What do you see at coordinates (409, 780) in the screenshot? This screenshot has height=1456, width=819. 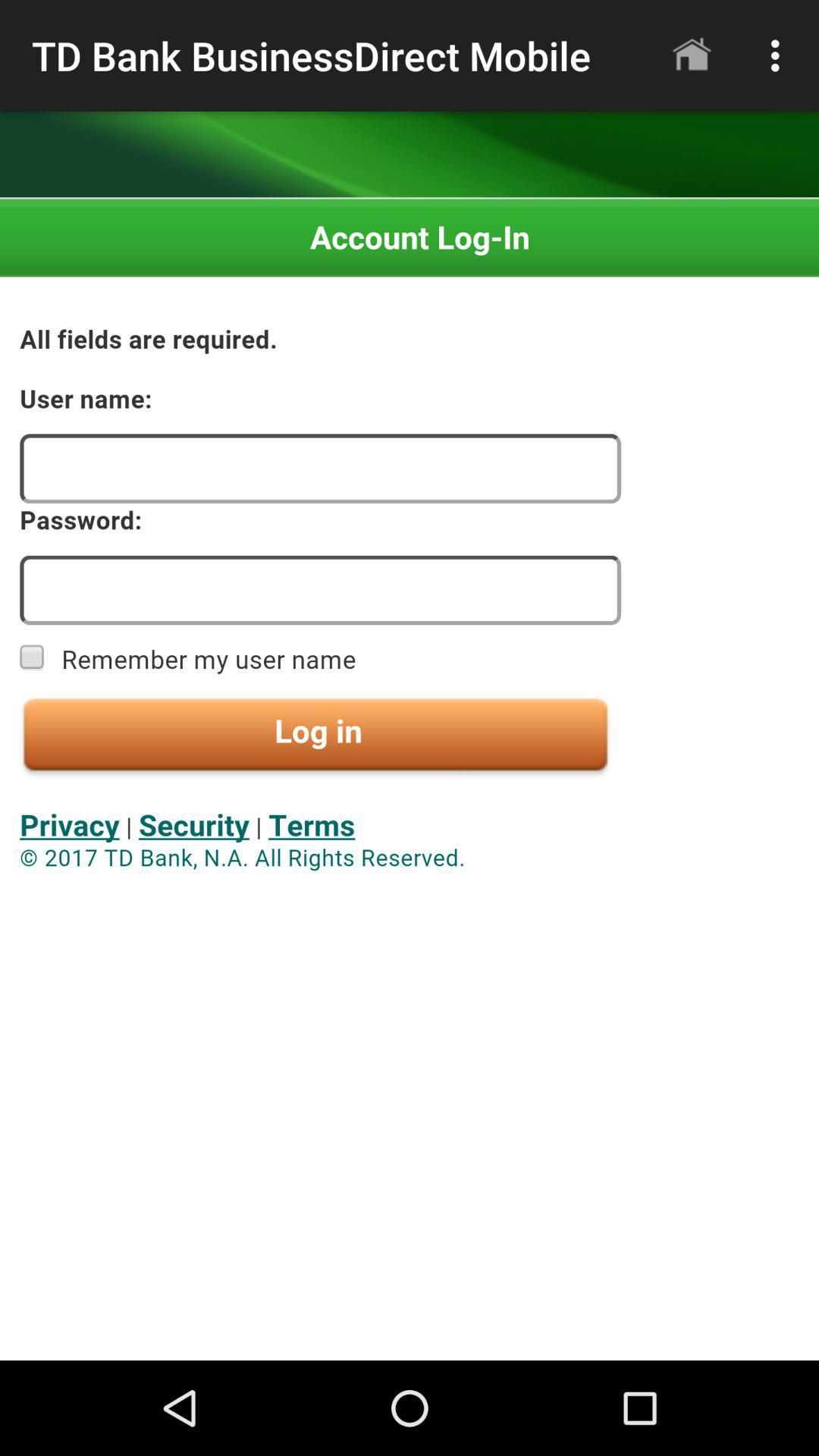 I see `account address page` at bounding box center [409, 780].